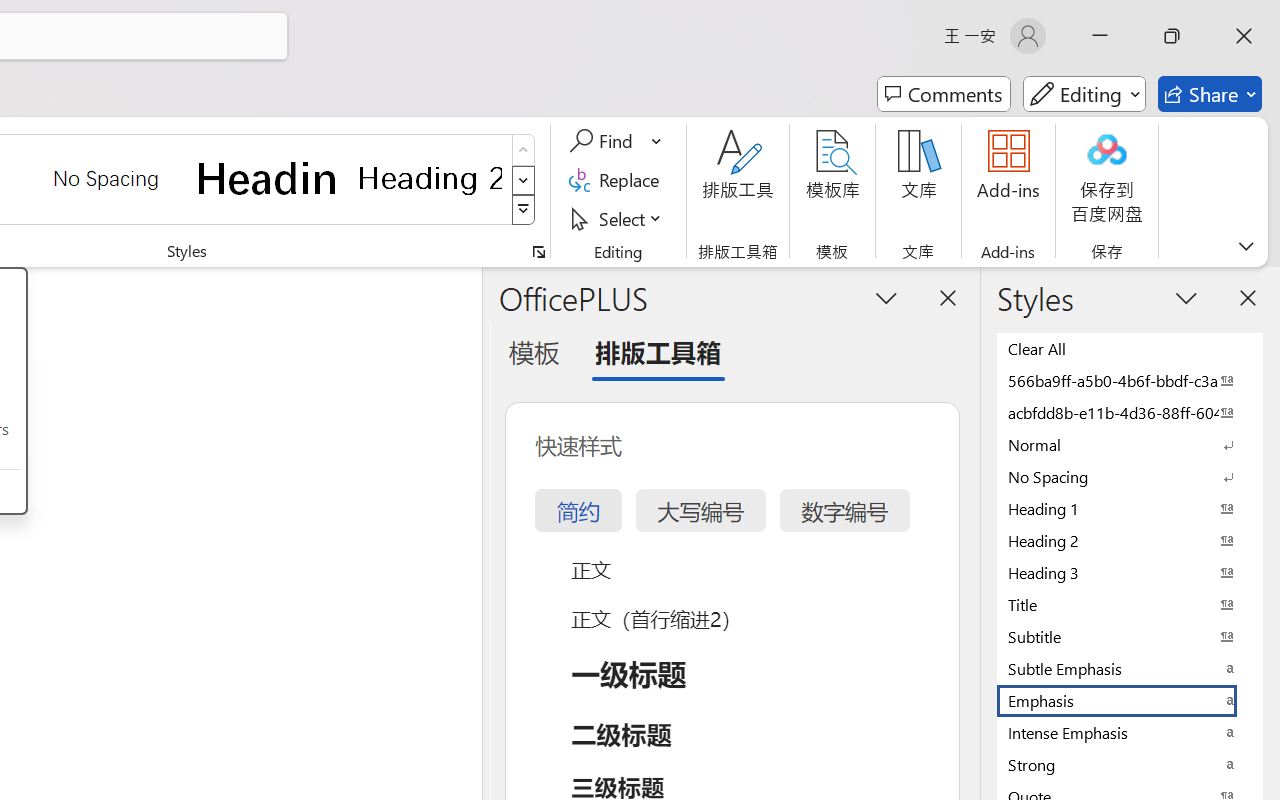 The width and height of the screenshot is (1280, 800). What do you see at coordinates (1099, 35) in the screenshot?
I see `'Minimize'` at bounding box center [1099, 35].